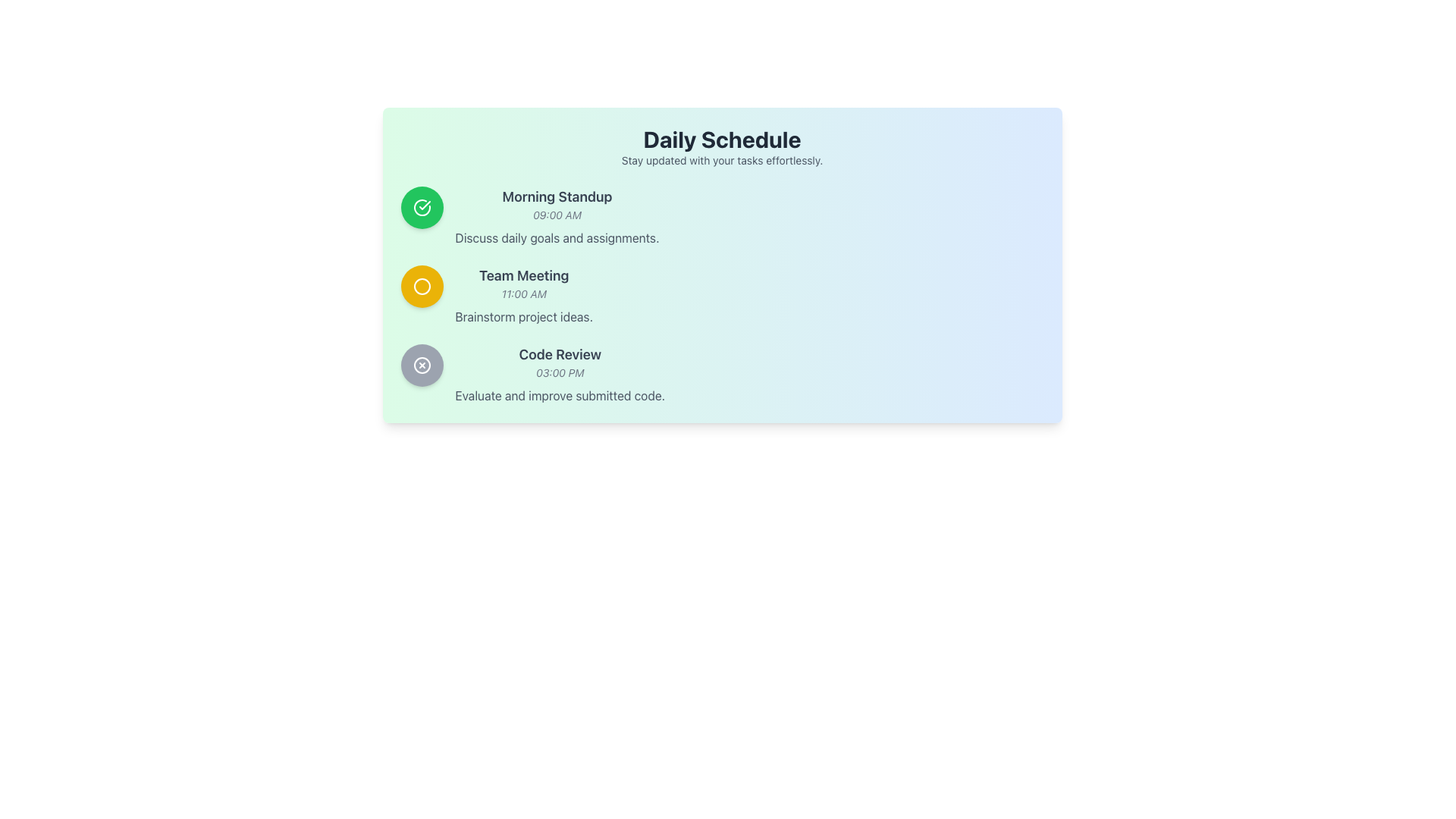  What do you see at coordinates (422, 207) in the screenshot?
I see `the green circular icon with a white checkmark located at the top of the 'Daily Schedule' card, adjacent to the 'Morning Standup' label` at bounding box center [422, 207].